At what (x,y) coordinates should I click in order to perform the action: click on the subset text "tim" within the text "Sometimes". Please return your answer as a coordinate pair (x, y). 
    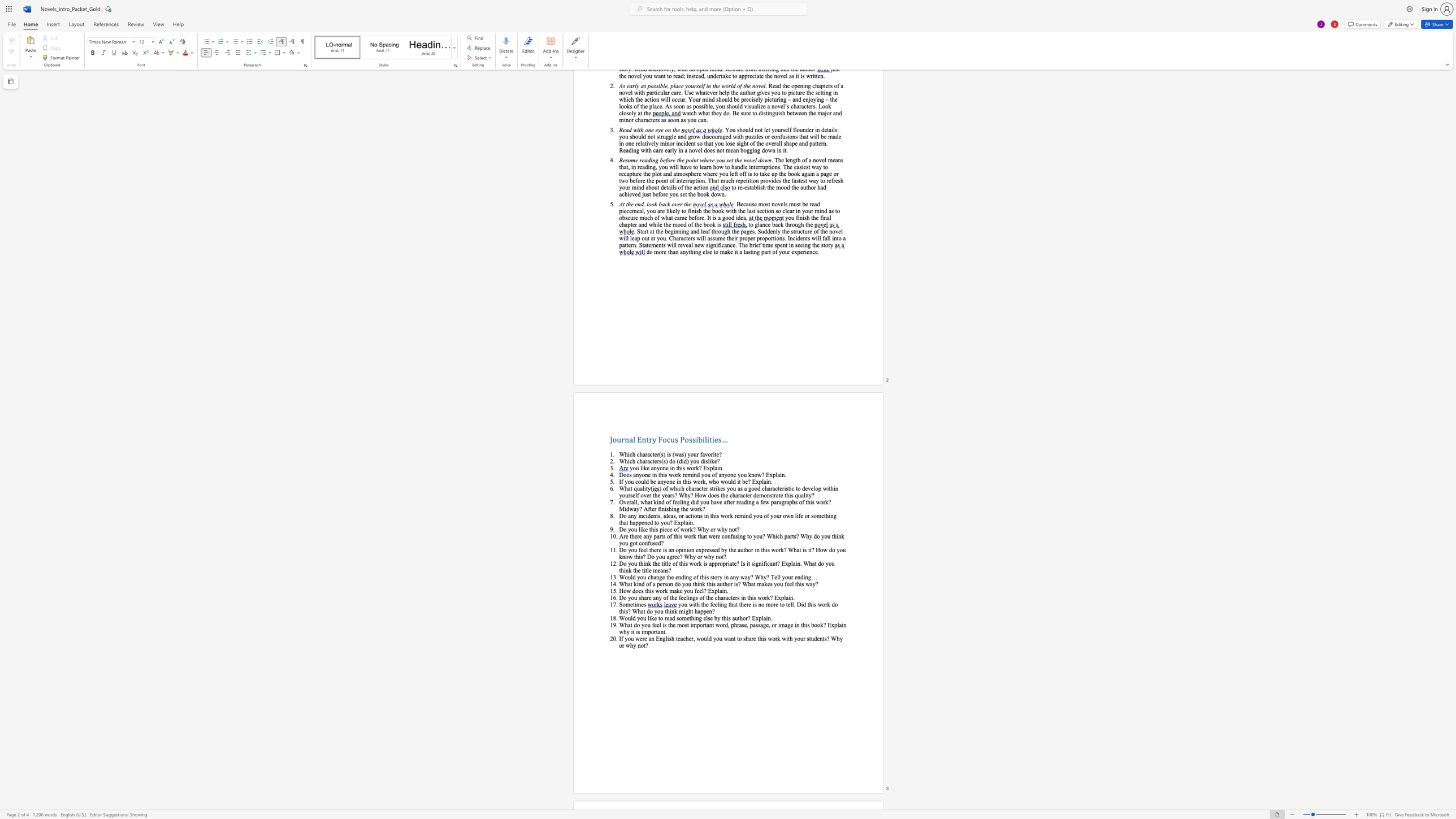
    Looking at the image, I should click on (632, 604).